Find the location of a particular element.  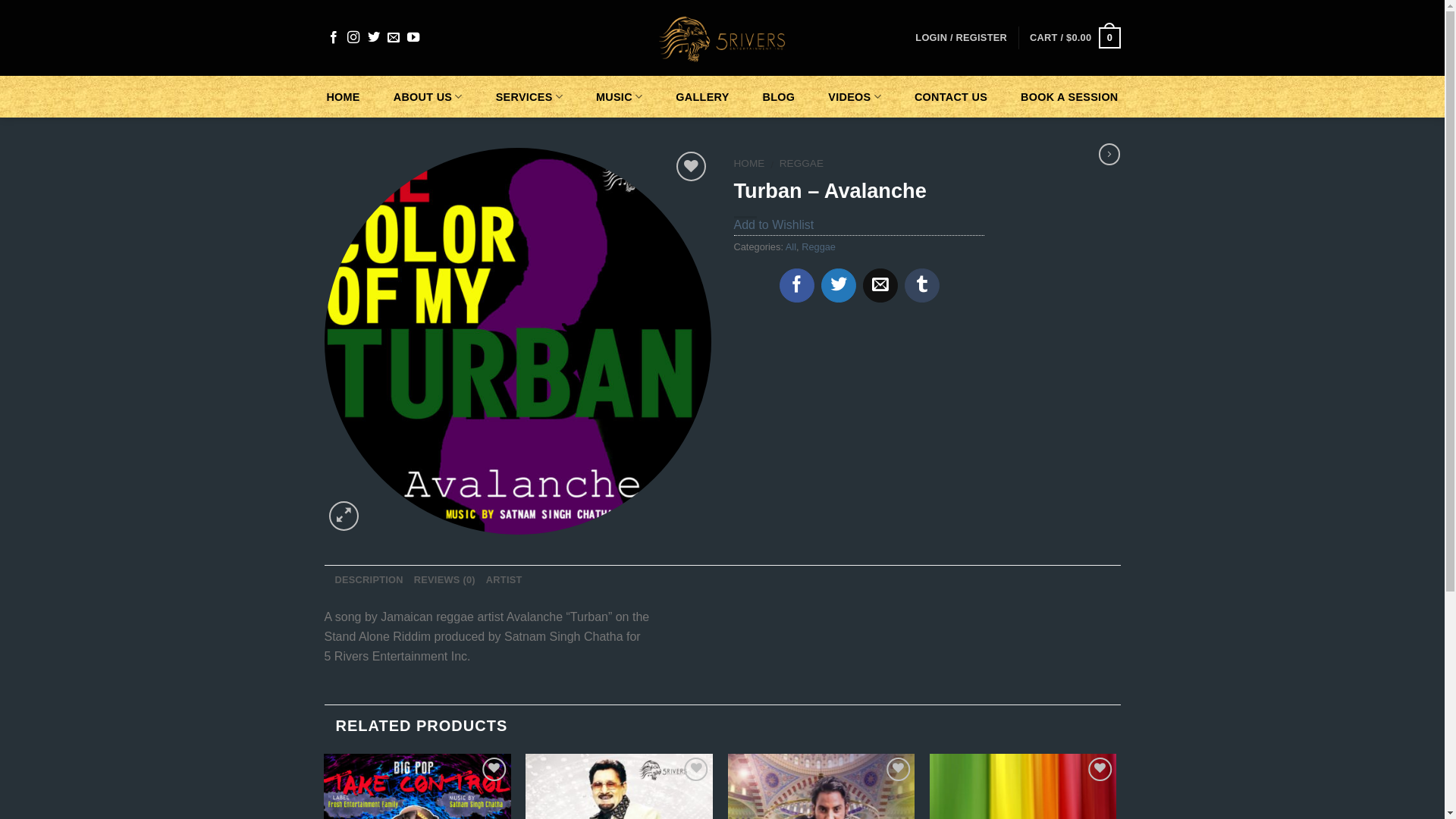

'5 Rivers - Entertainment INC' is located at coordinates (720, 37).